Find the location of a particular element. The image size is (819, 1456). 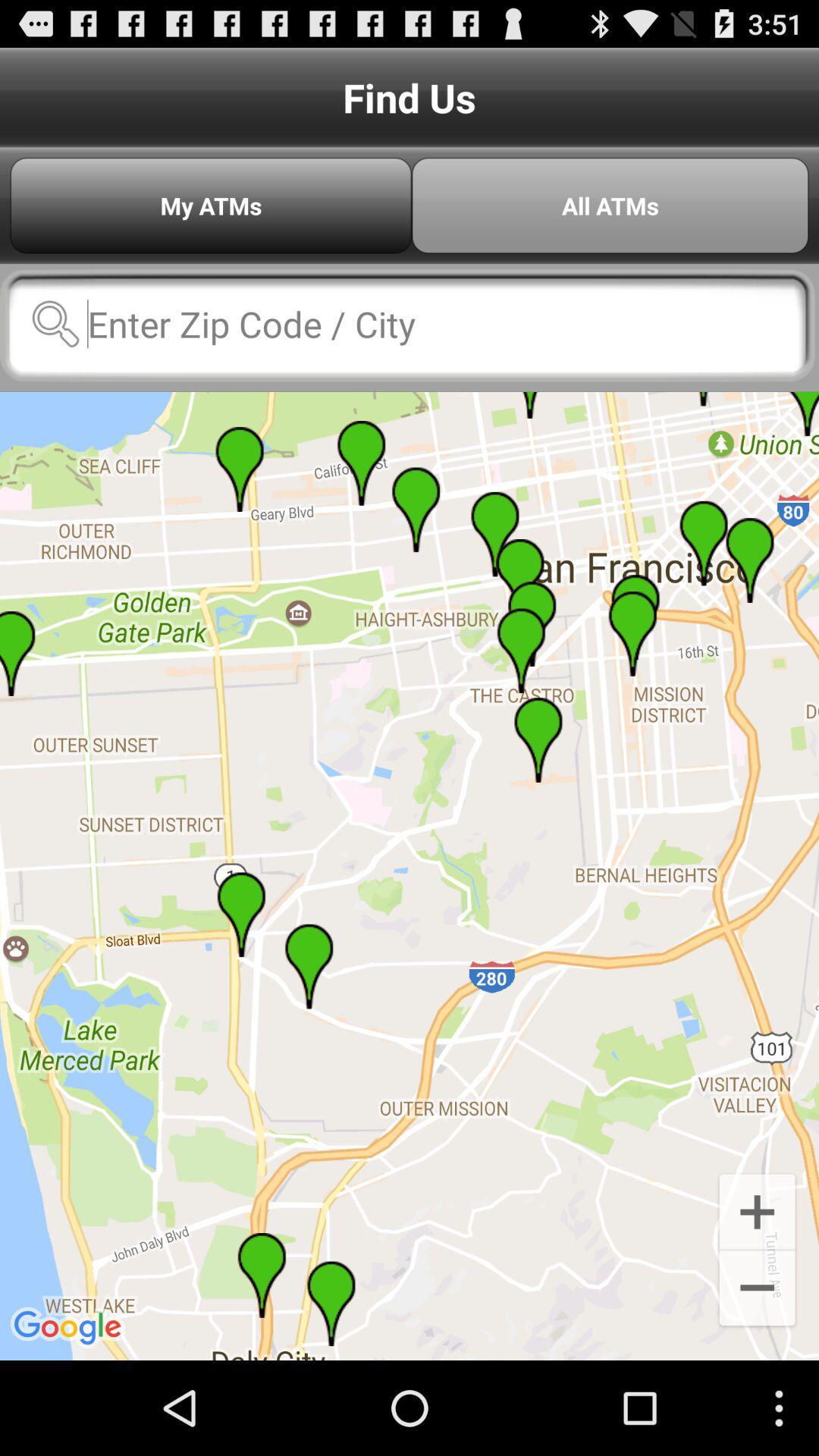

the add icon is located at coordinates (757, 1294).